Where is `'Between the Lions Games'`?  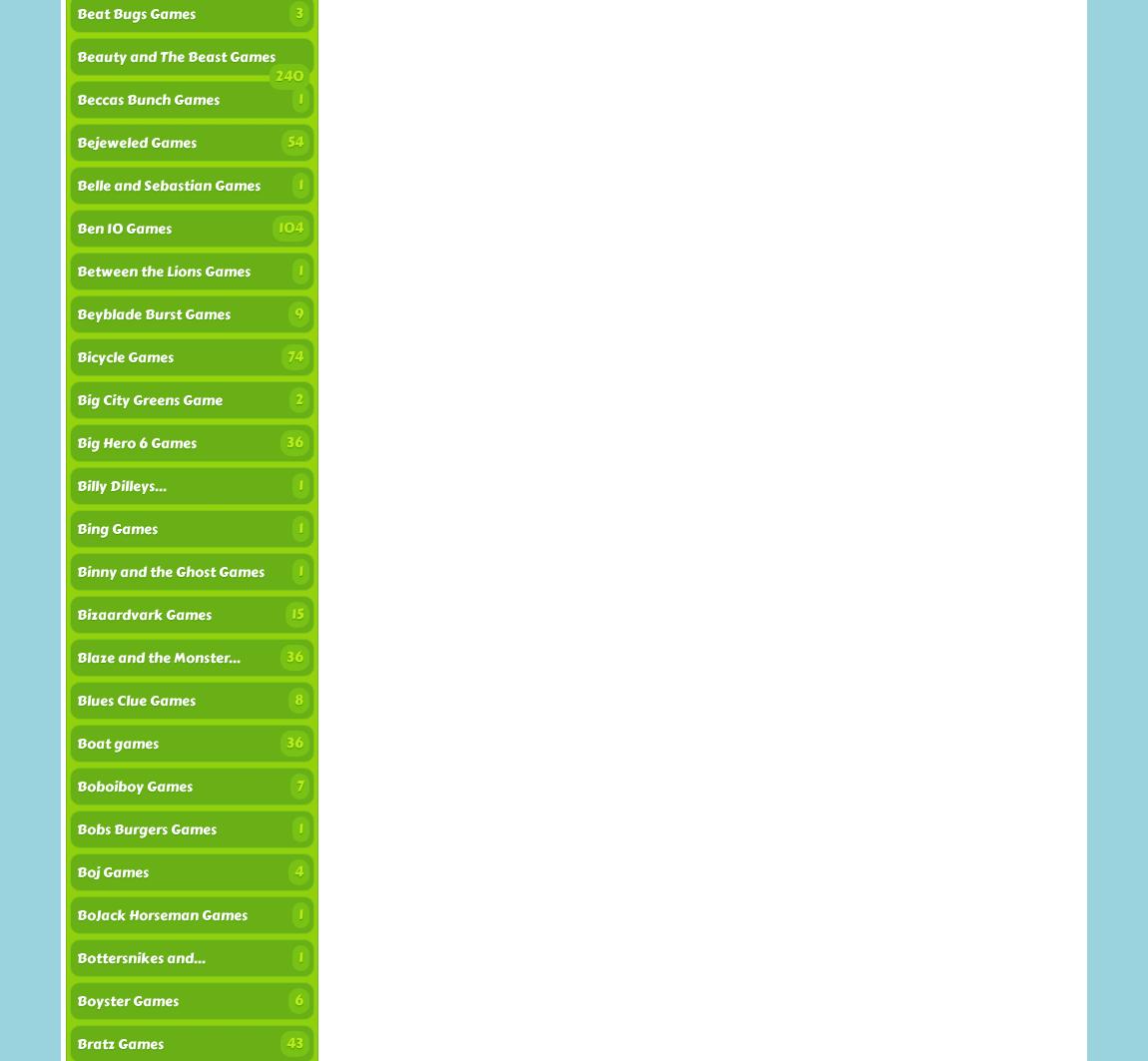
'Between the Lions Games' is located at coordinates (76, 271).